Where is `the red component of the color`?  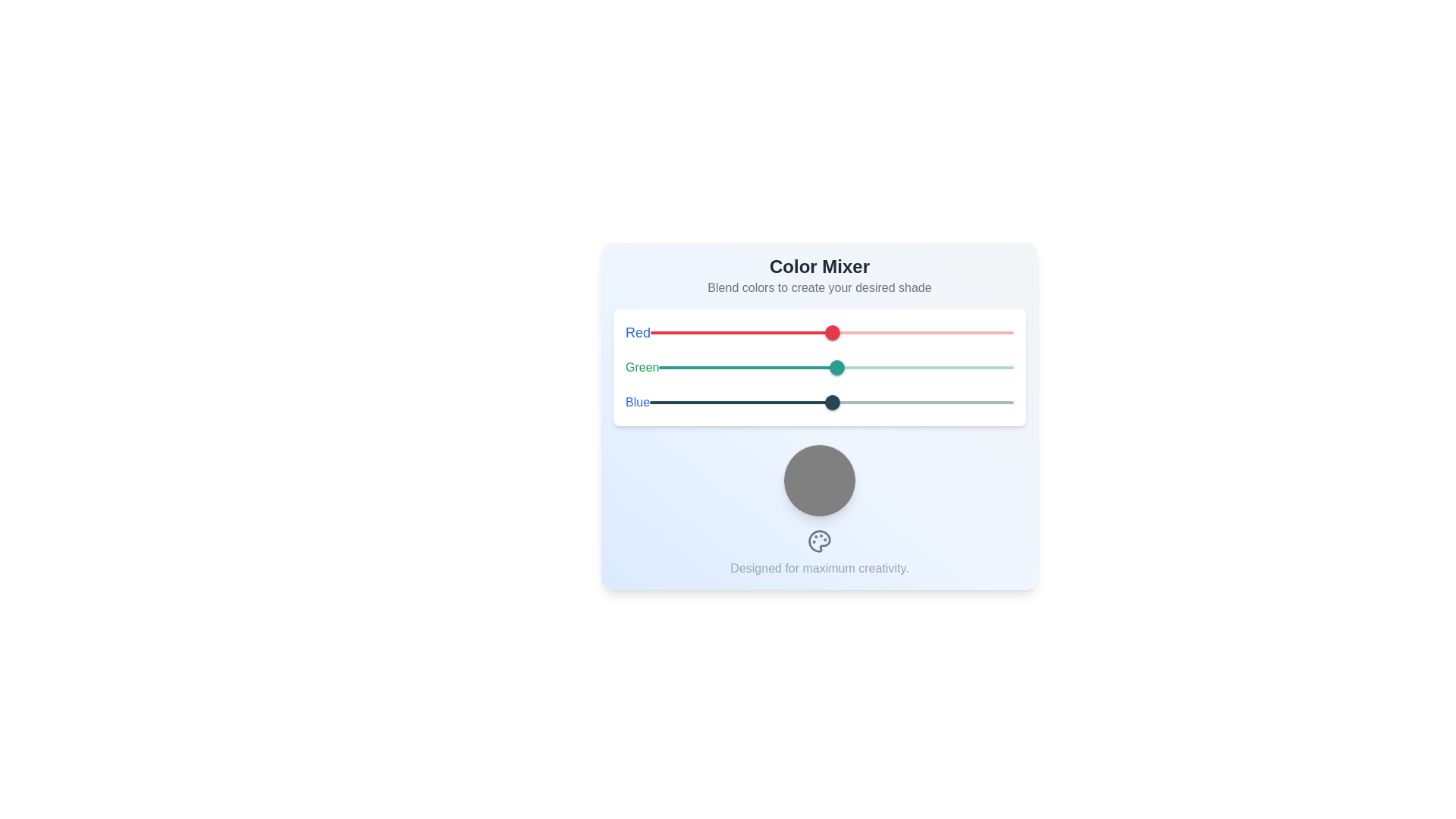 the red component of the color is located at coordinates (831, 332).